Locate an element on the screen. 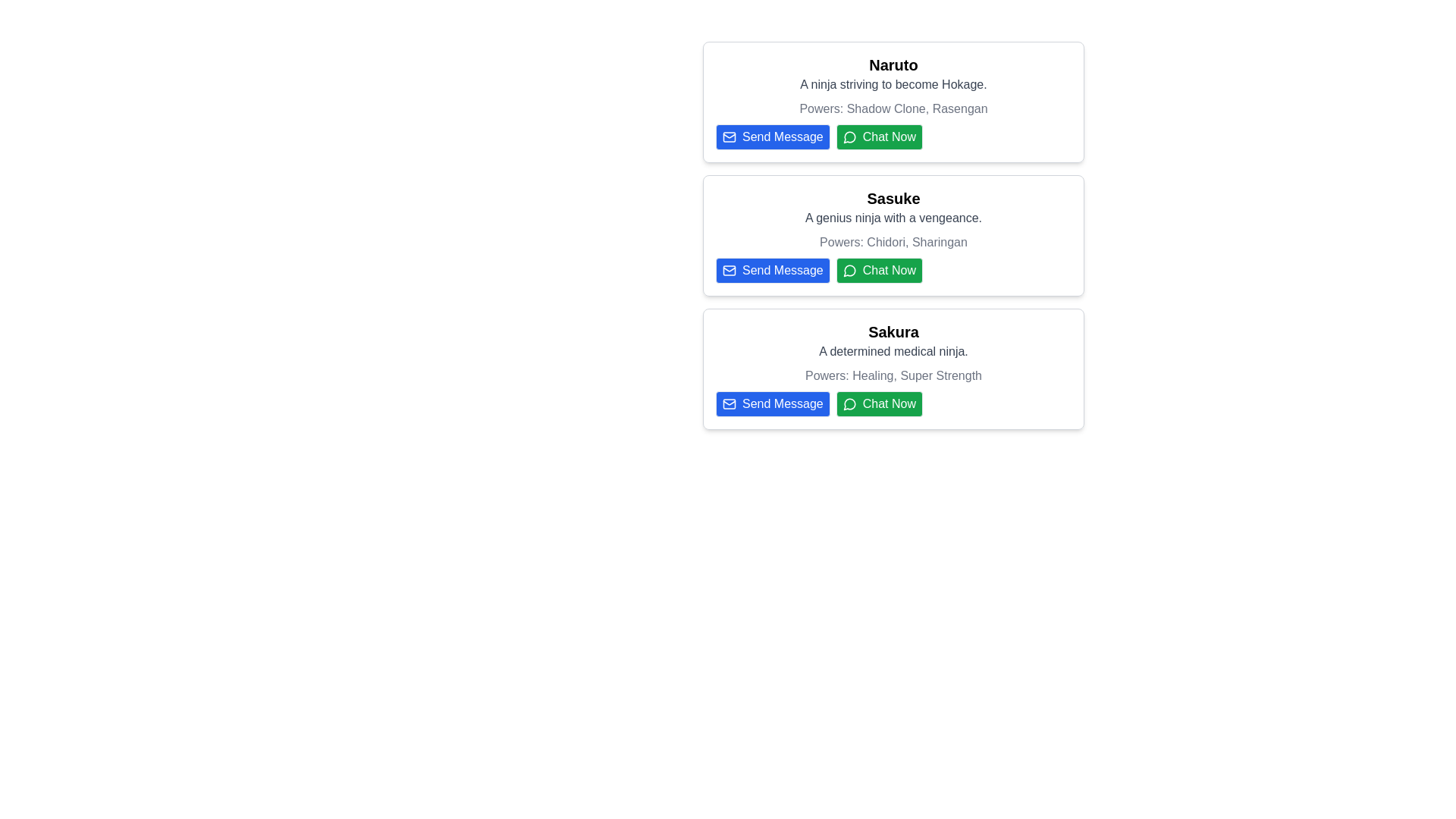 This screenshot has width=1456, height=819. the green 'Chat Now' button with a speech bubble icon located in the bottom-right section of the Sasuke user card to initiate chat is located at coordinates (879, 270).